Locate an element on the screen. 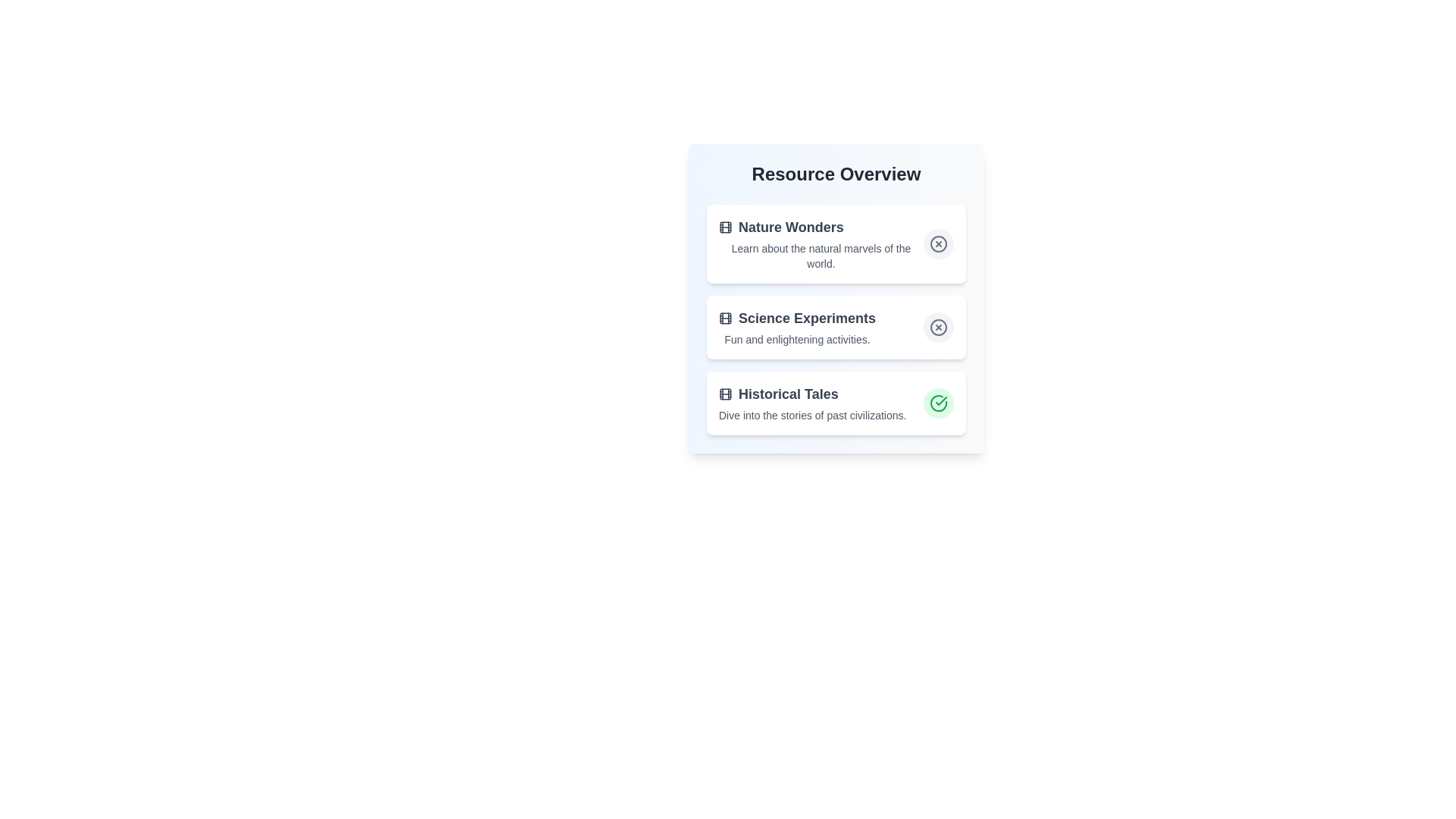  the description of the resource item titled Historical Tales is located at coordinates (811, 403).